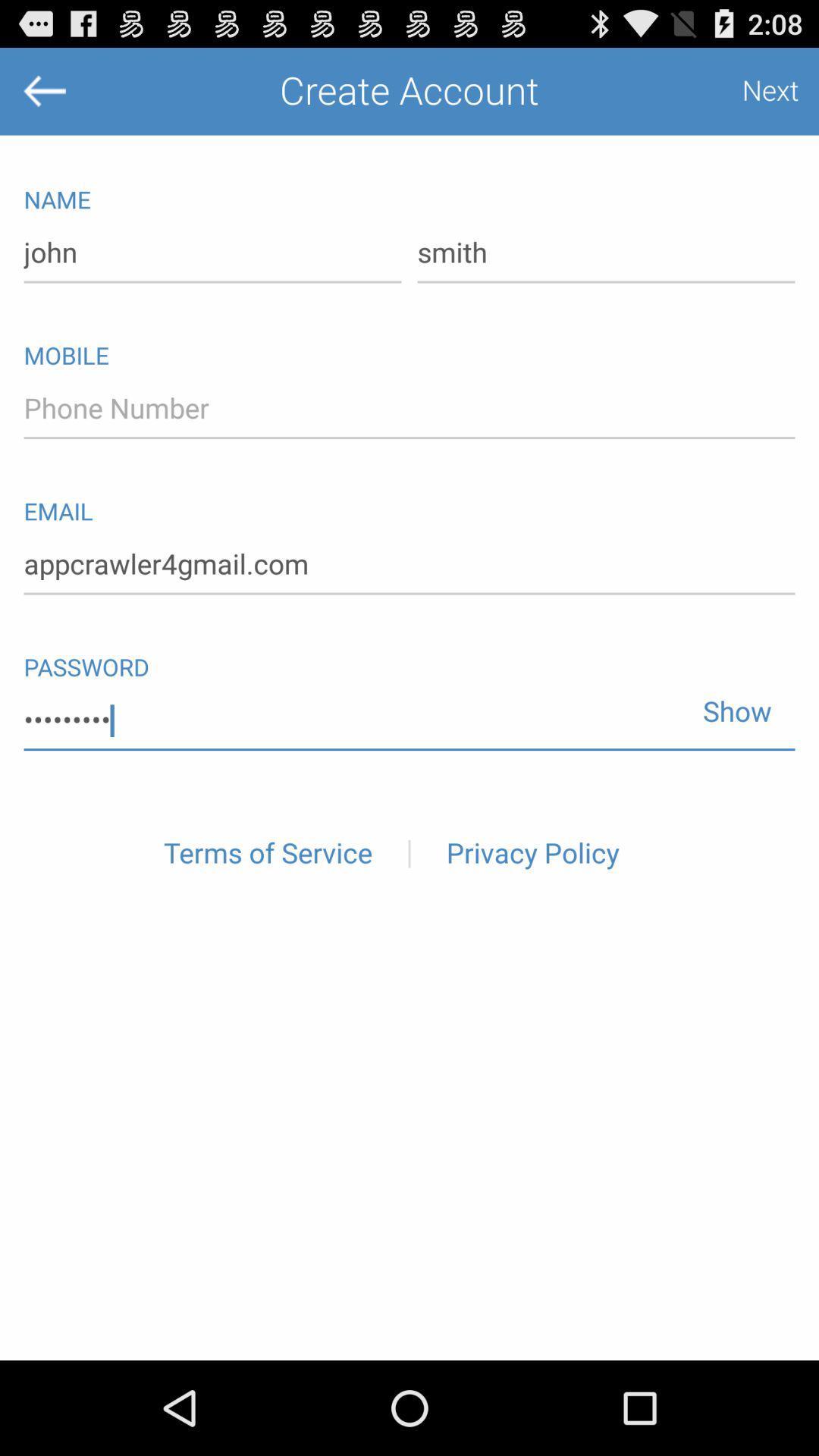 This screenshot has width=819, height=1456. Describe the element at coordinates (267, 854) in the screenshot. I see `the item on the left` at that location.